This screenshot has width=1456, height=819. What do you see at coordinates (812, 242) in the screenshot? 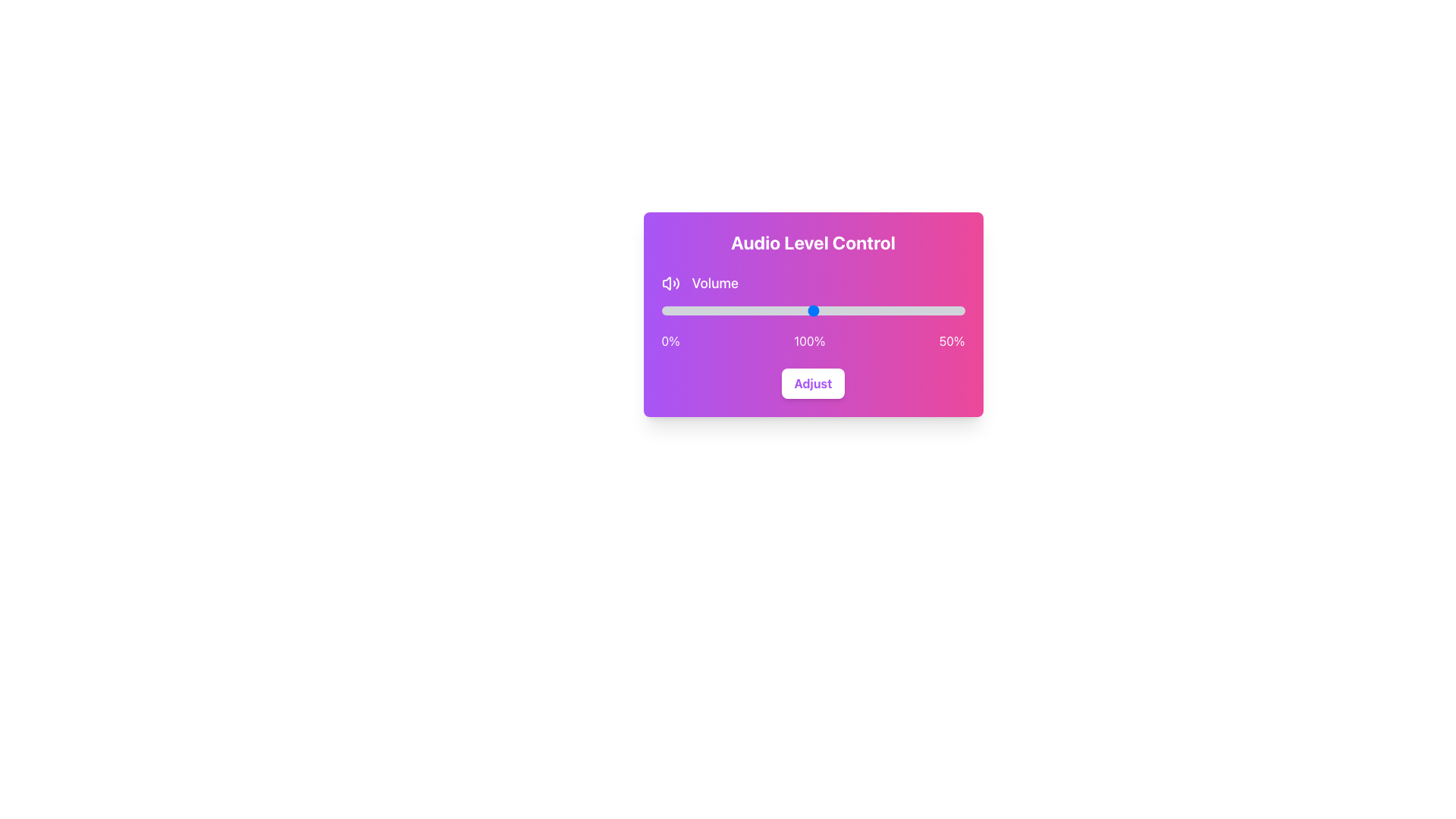
I see `the prominent header text 'Audio Level Control'` at bounding box center [812, 242].